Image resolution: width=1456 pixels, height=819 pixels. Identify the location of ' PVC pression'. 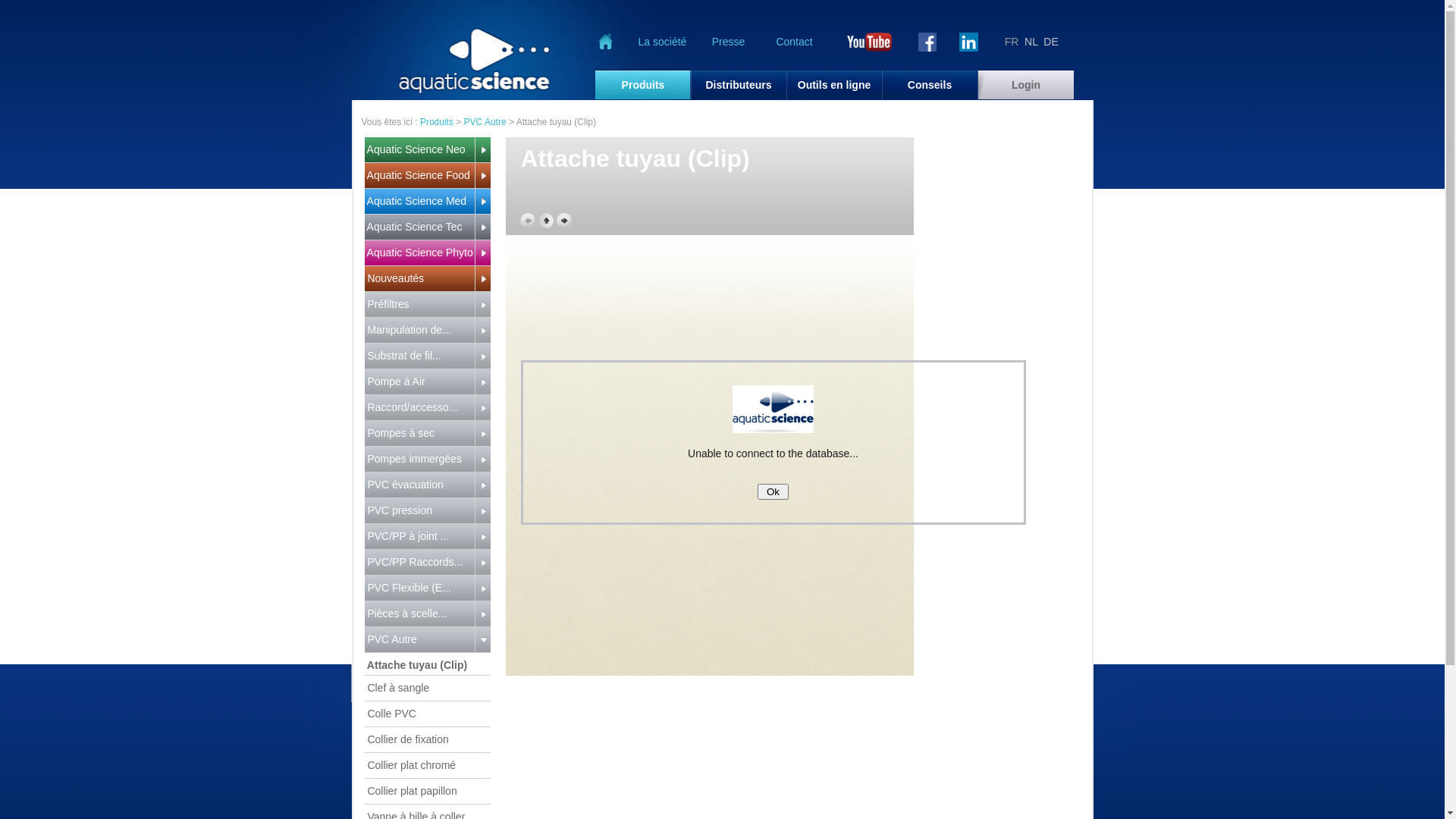
(419, 511).